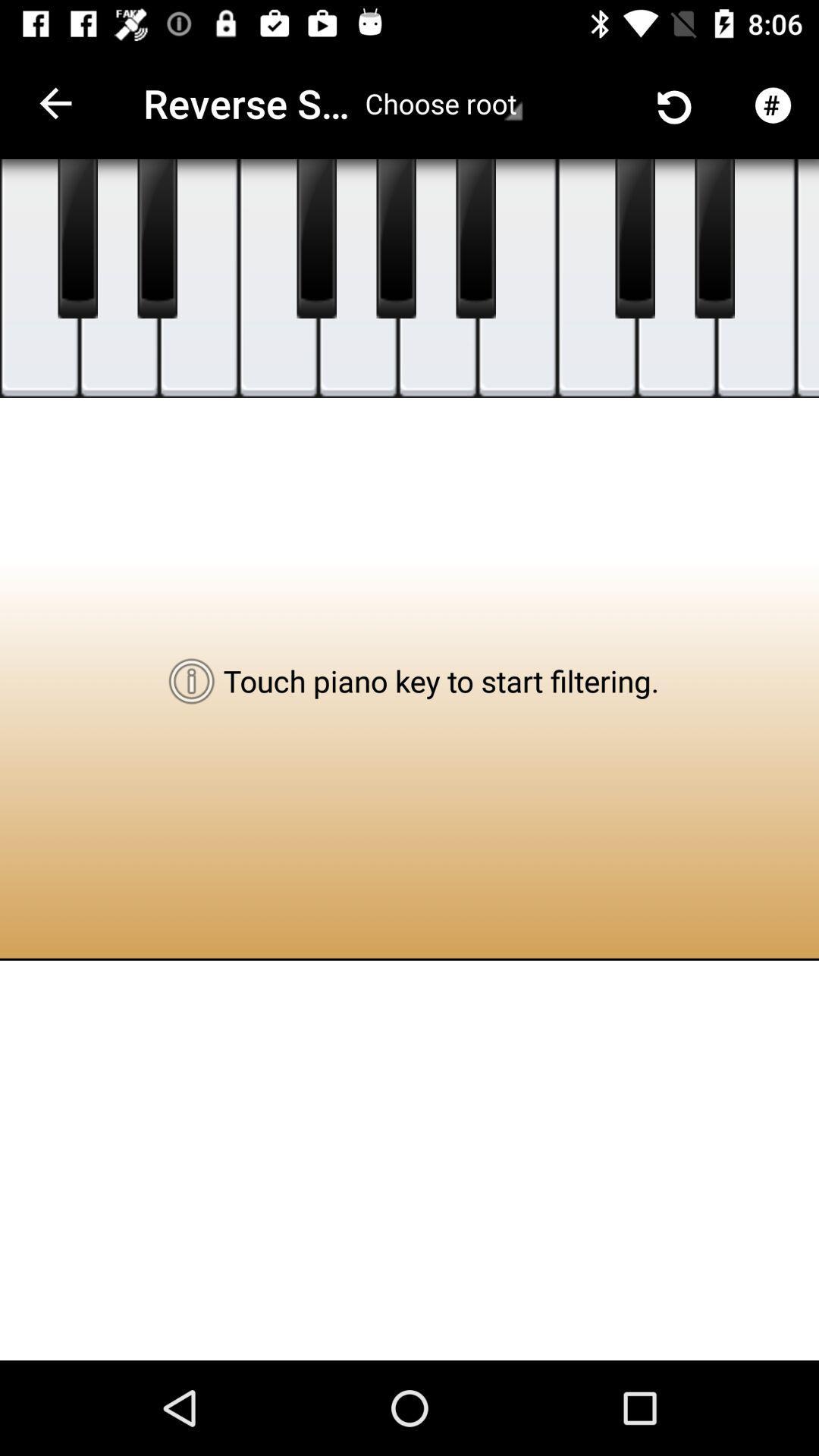 The height and width of the screenshot is (1456, 819). I want to click on the first black tile from the left hand side, so click(78, 238).